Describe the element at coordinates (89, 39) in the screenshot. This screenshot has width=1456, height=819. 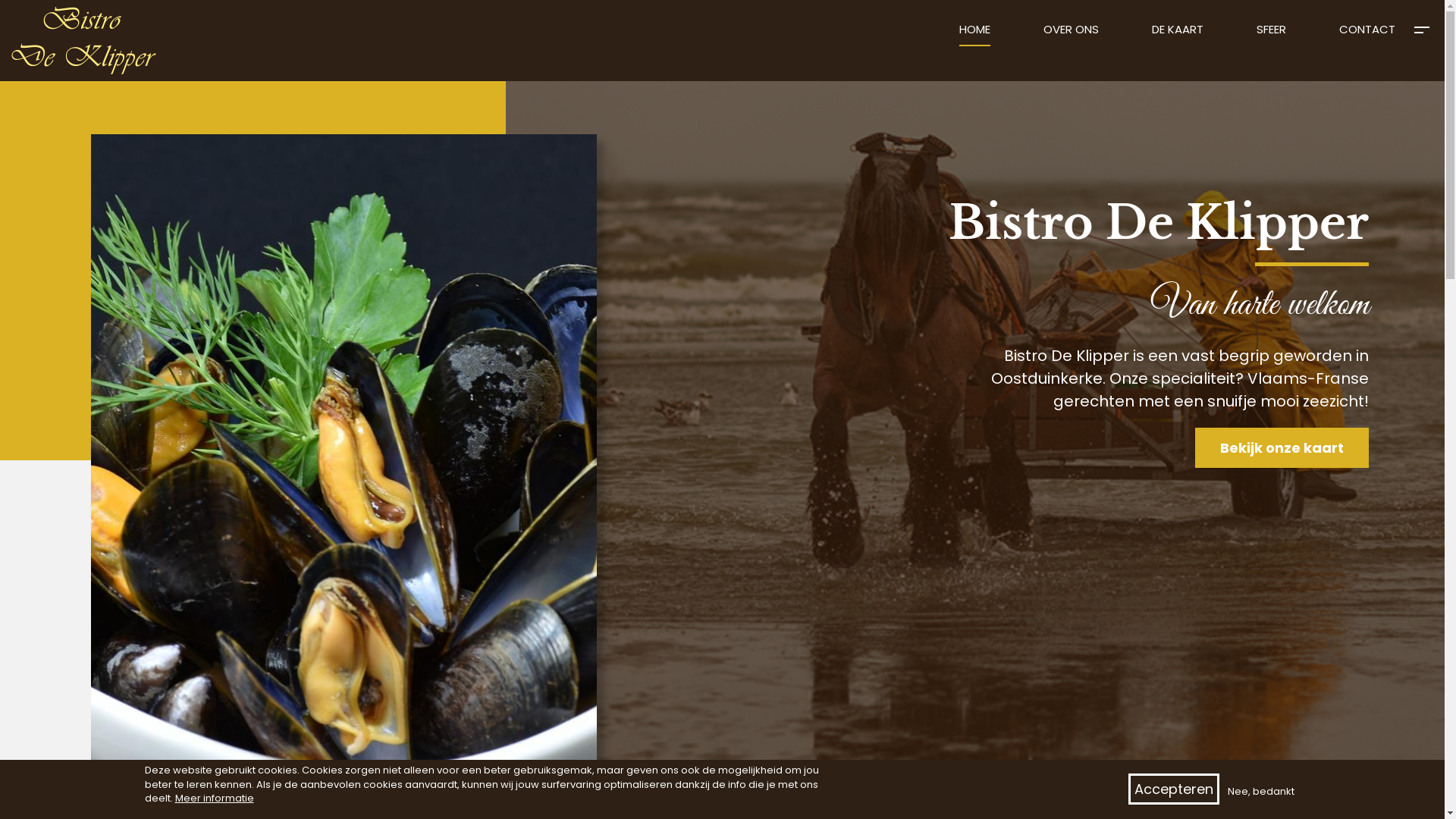
I see `'Home'` at that location.